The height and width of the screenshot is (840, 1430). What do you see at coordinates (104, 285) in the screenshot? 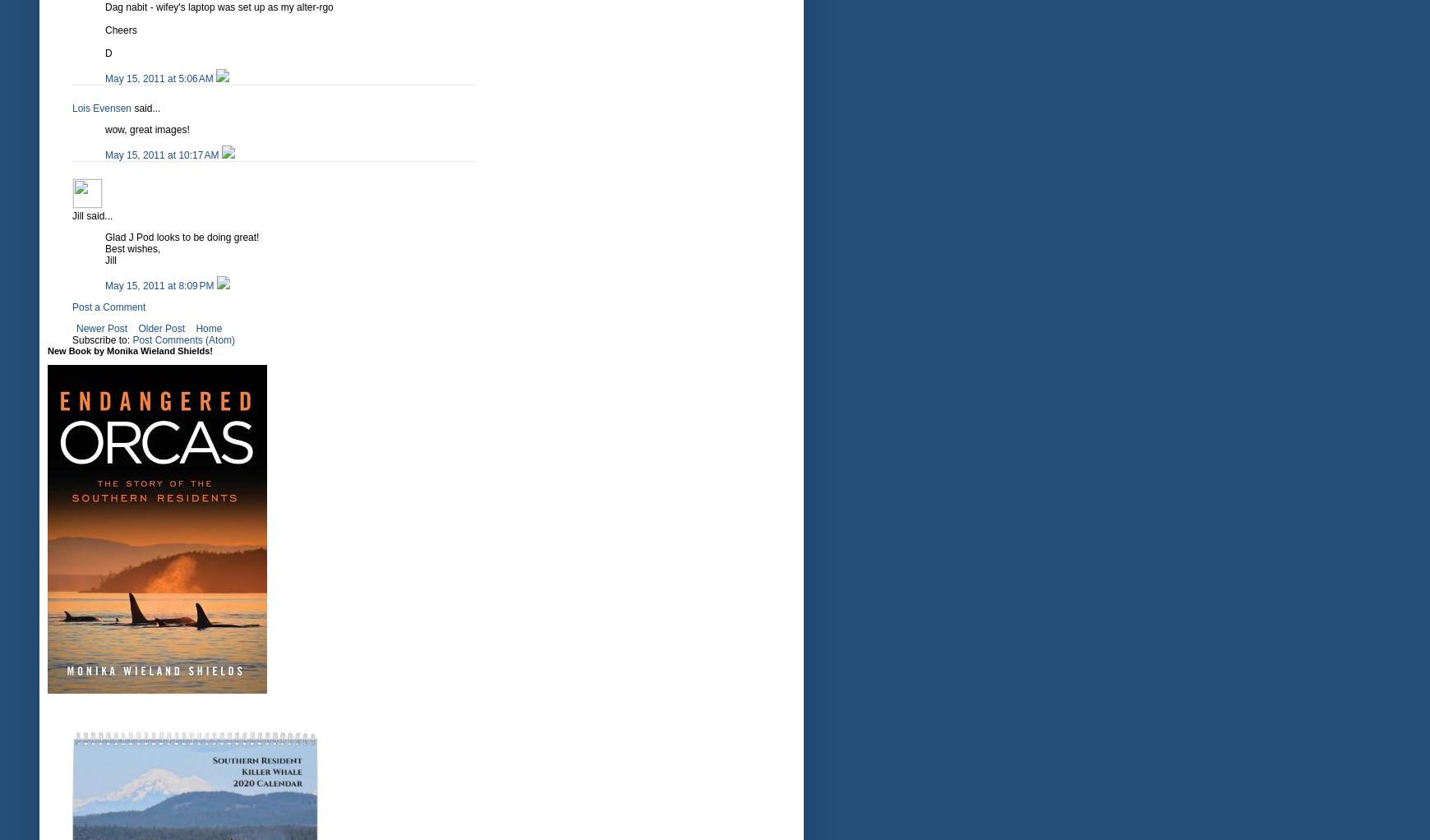
I see `'May 15, 2011 at 8:09 PM'` at bounding box center [104, 285].